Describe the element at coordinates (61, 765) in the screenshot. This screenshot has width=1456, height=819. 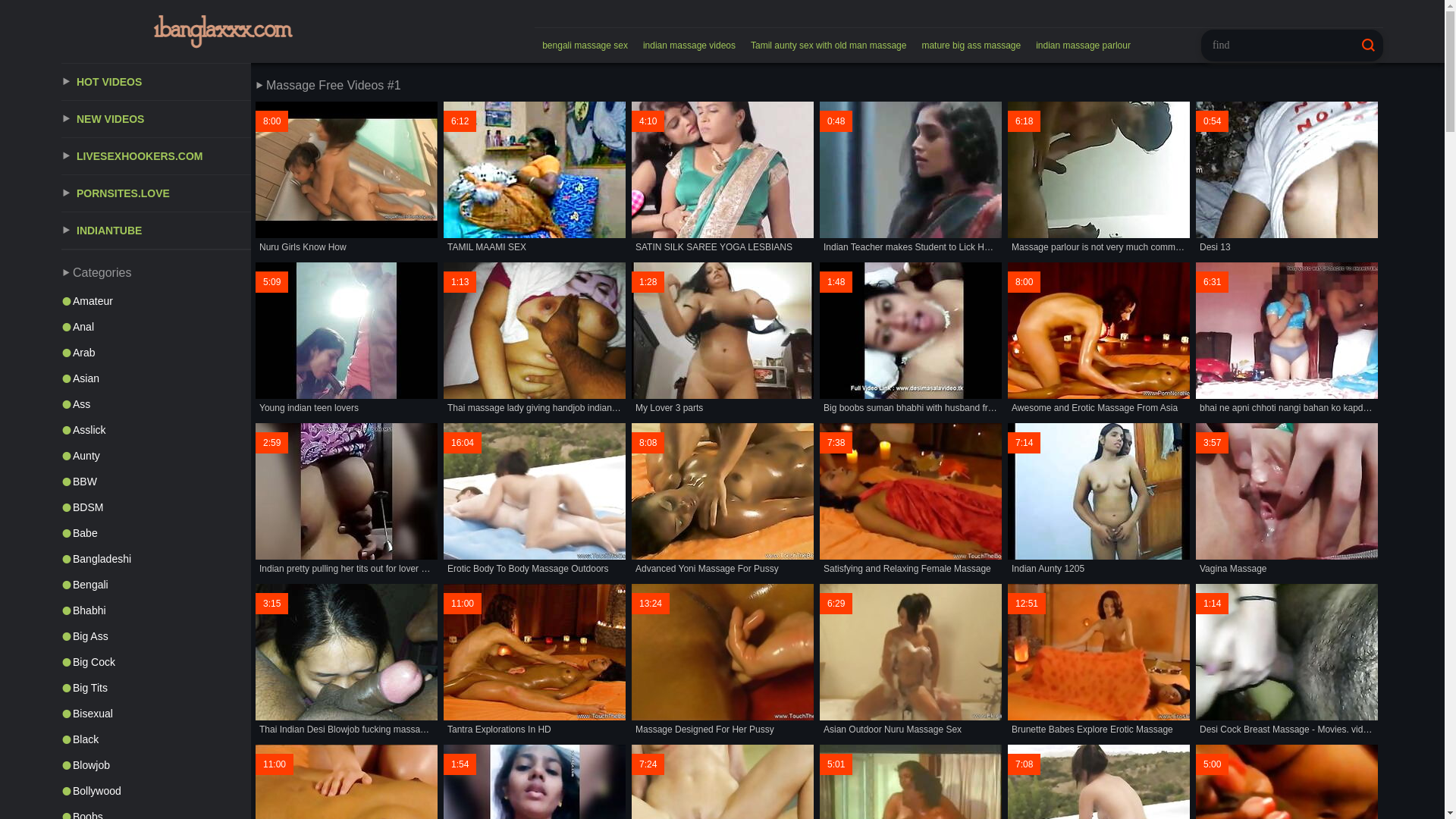
I see `'Blowjob'` at that location.